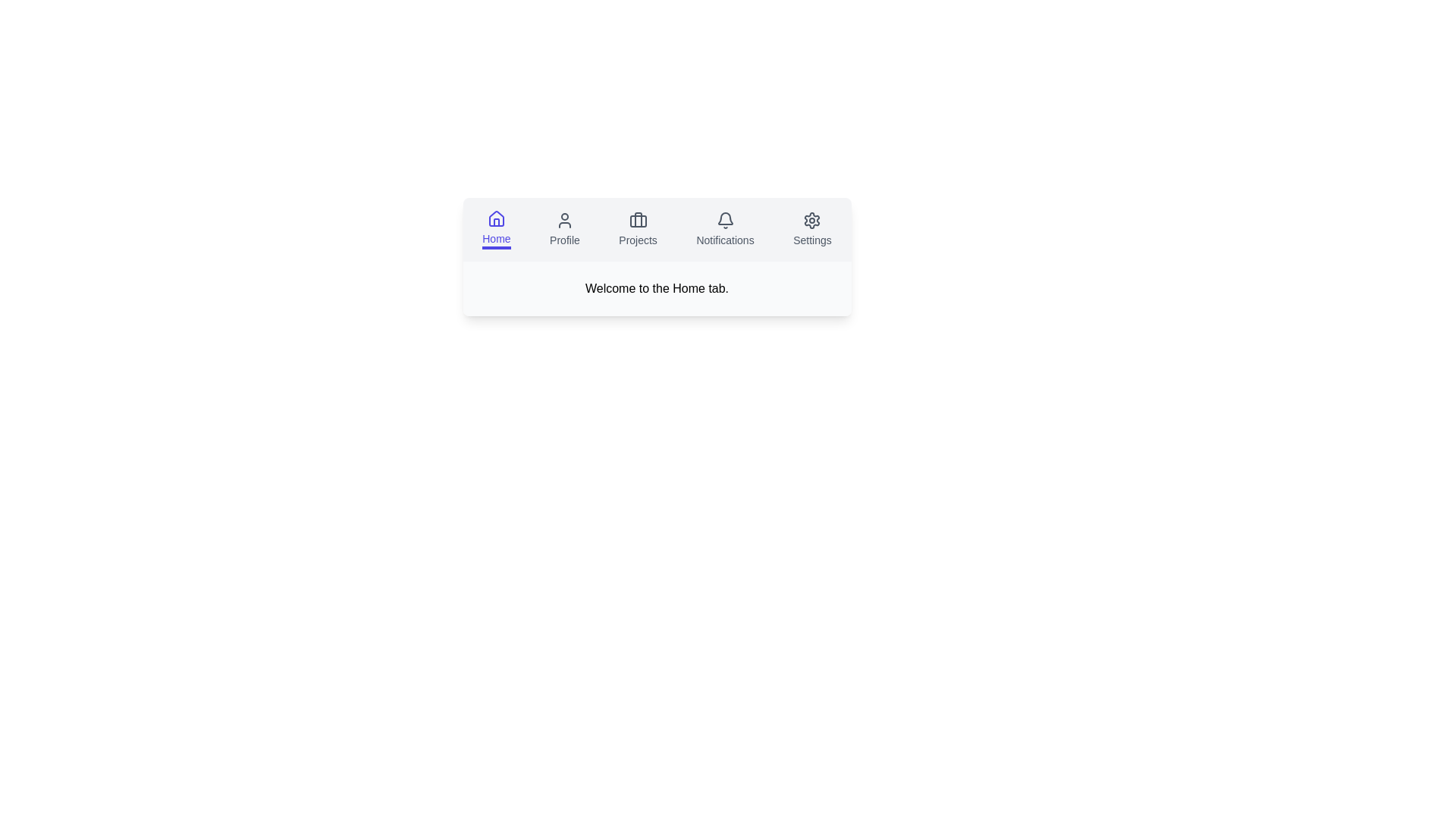 The width and height of the screenshot is (1456, 819). What do you see at coordinates (563, 220) in the screenshot?
I see `the user profile icon, which is the second icon in the navigation bar` at bounding box center [563, 220].